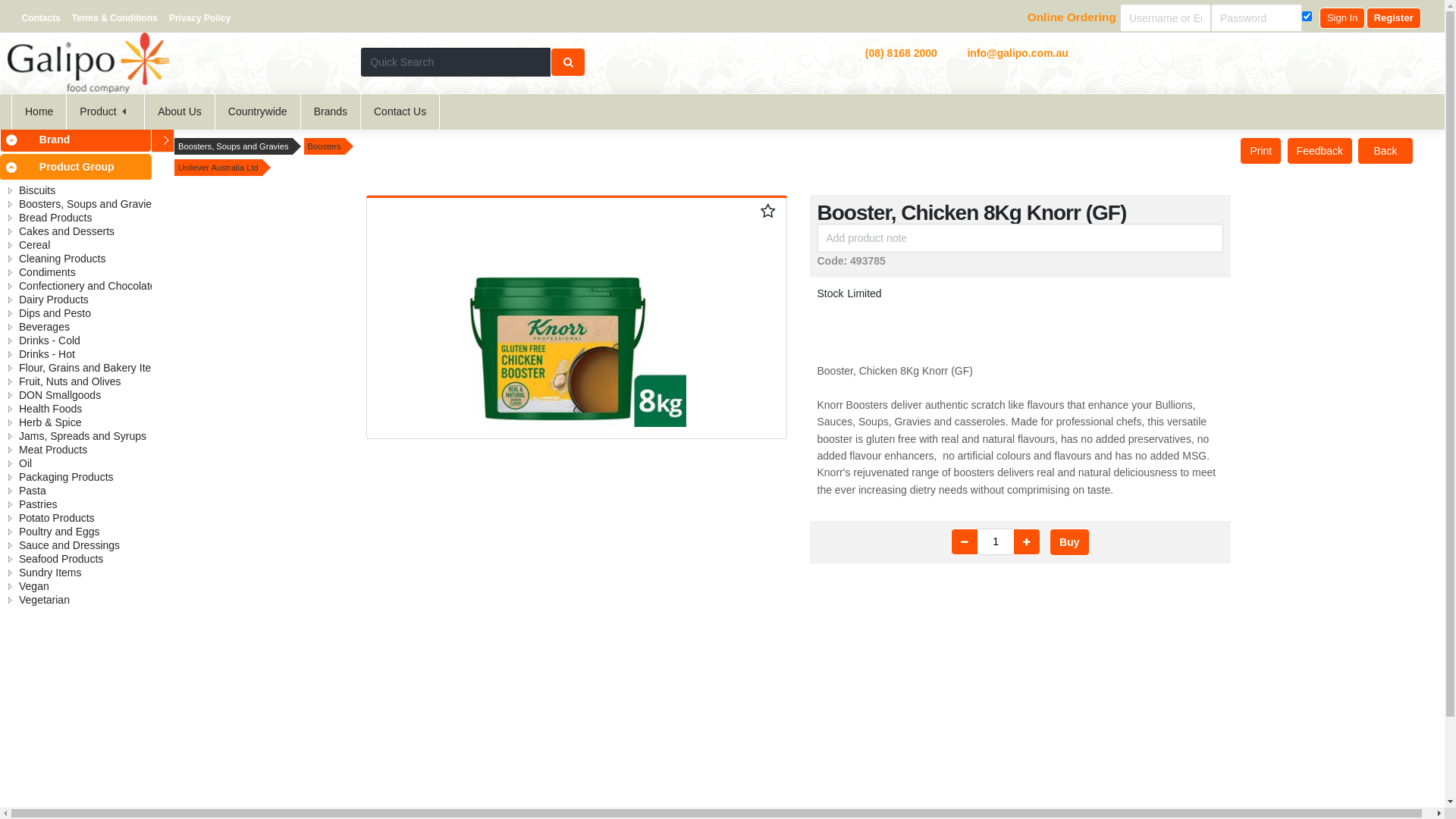 This screenshot has height=819, width=1456. Describe the element at coordinates (50, 408) in the screenshot. I see `'Health Foods'` at that location.